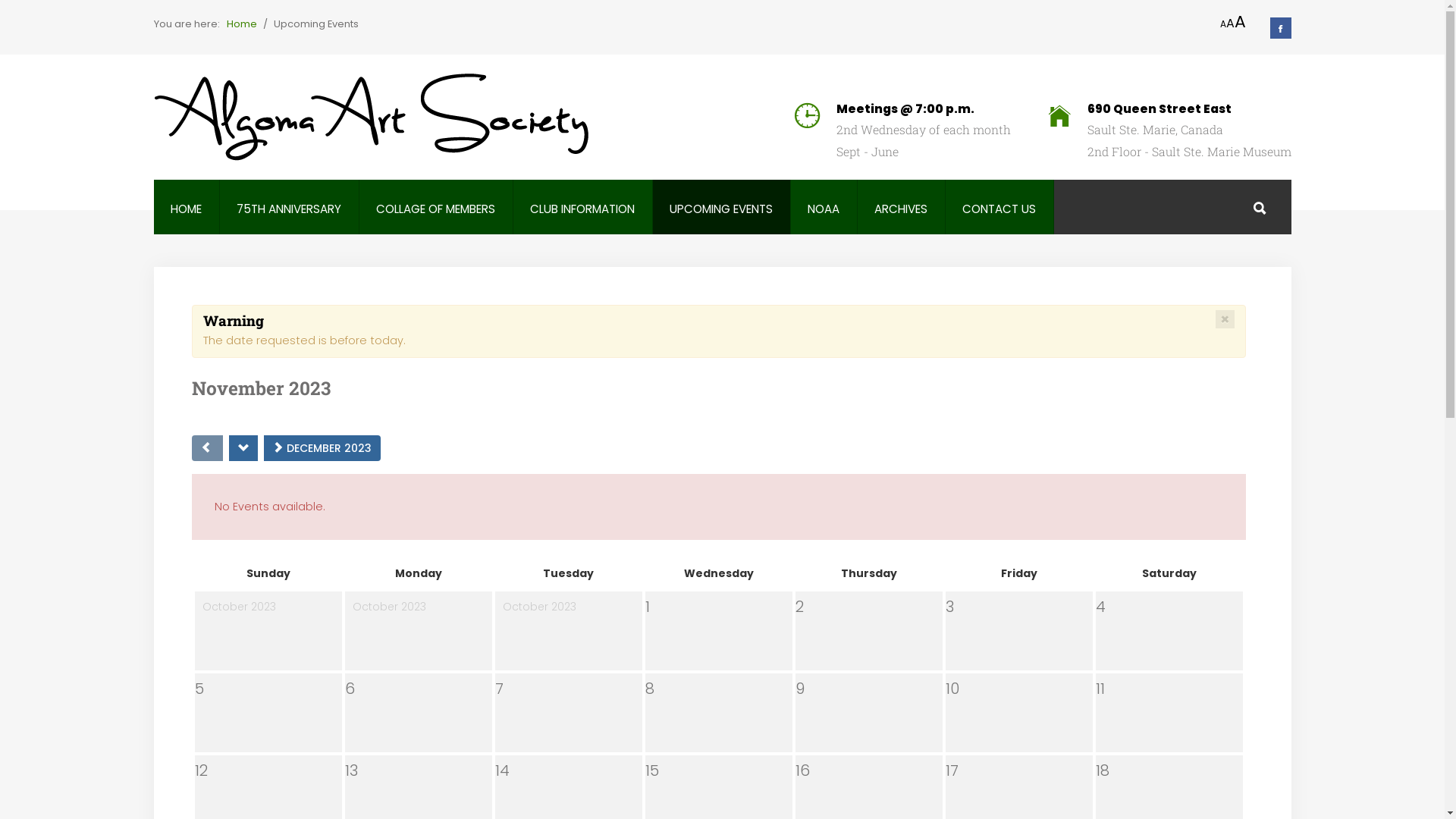 Image resolution: width=1456 pixels, height=819 pixels. What do you see at coordinates (435, 209) in the screenshot?
I see `'COLLAGE OF MEMBERS'` at bounding box center [435, 209].